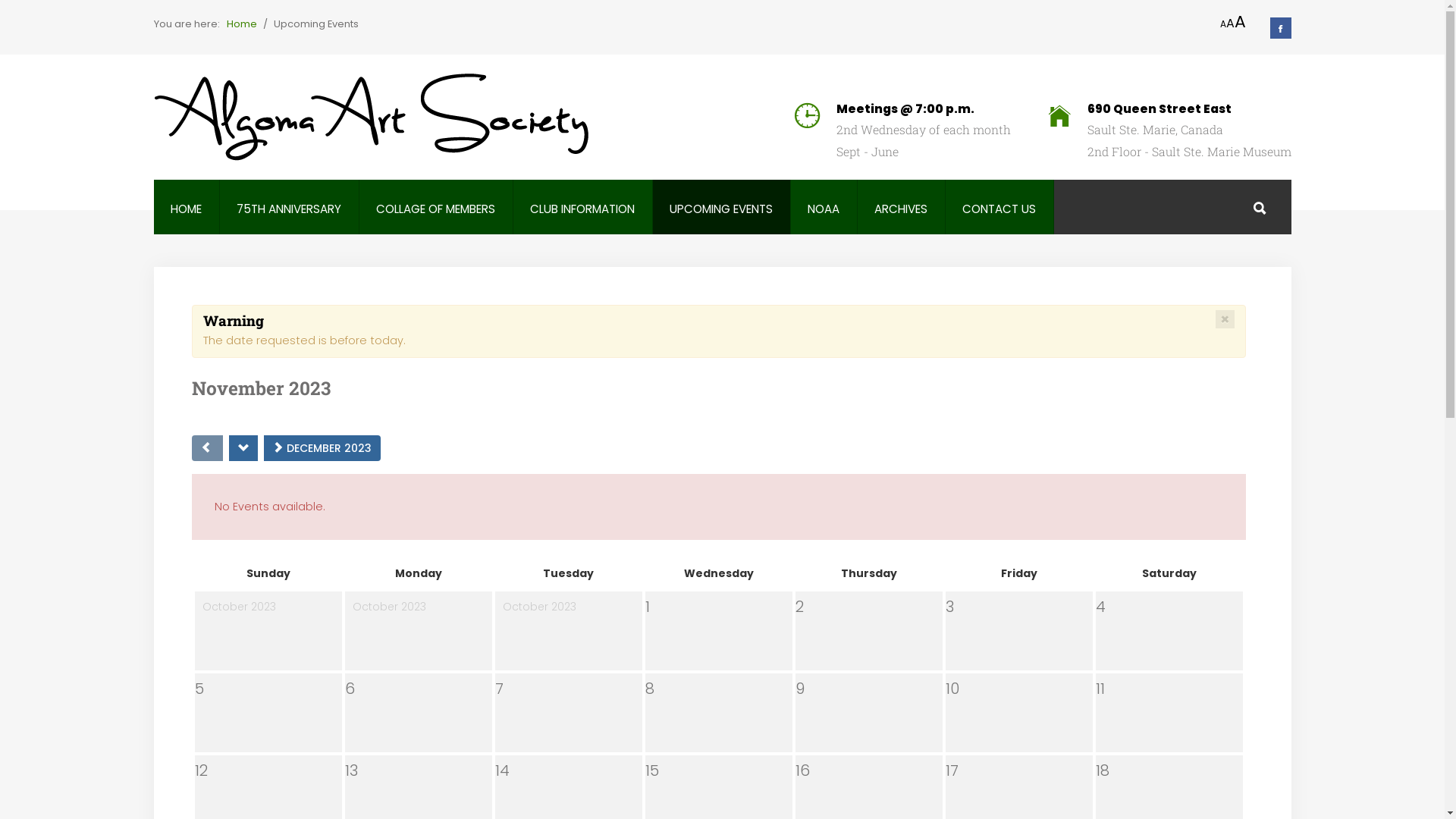 Image resolution: width=1456 pixels, height=819 pixels. What do you see at coordinates (435, 209) in the screenshot?
I see `'COLLAGE OF MEMBERS'` at bounding box center [435, 209].